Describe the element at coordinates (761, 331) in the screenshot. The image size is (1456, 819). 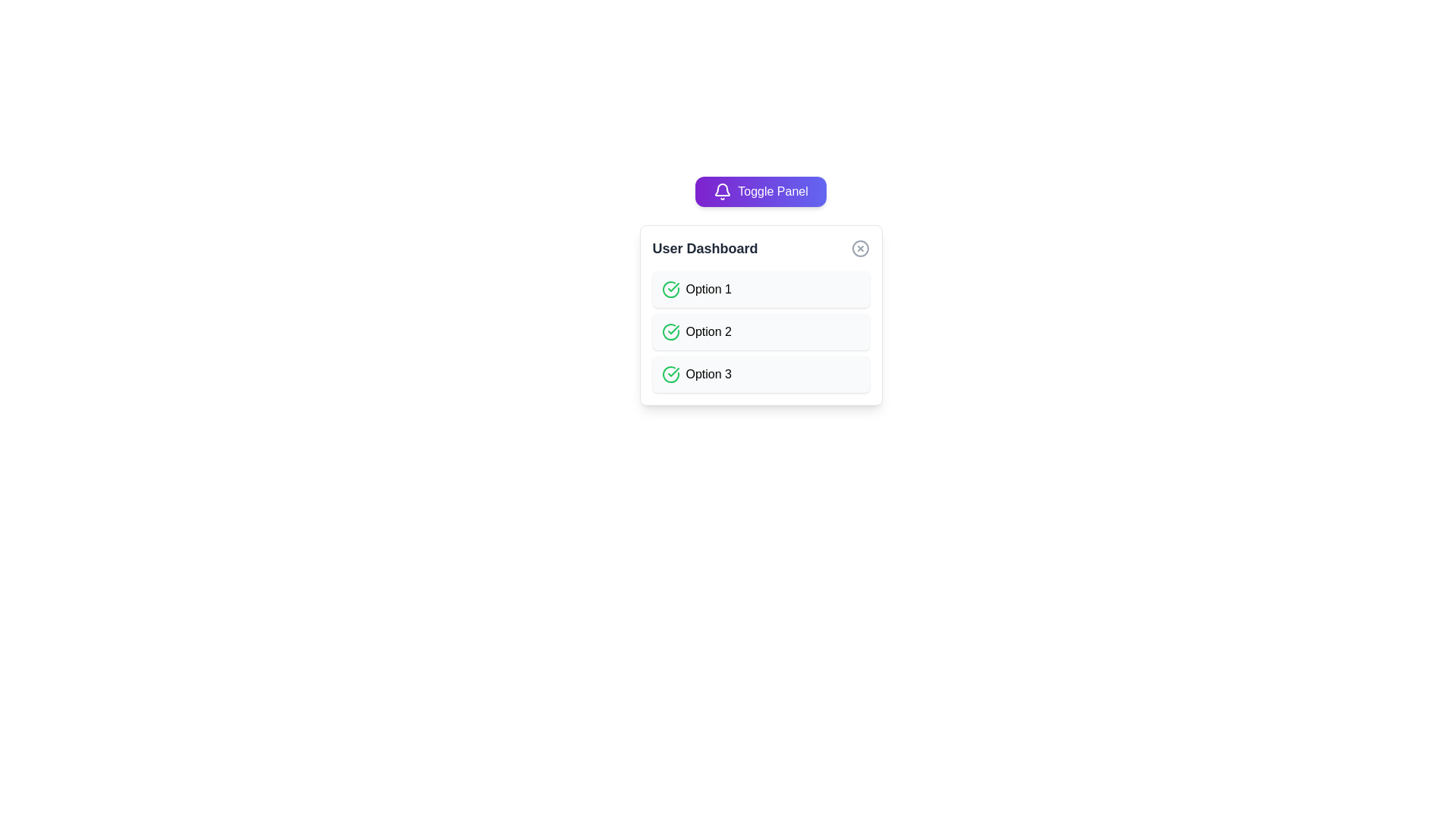
I see `the second list item in the 'User Dashboard'` at that location.